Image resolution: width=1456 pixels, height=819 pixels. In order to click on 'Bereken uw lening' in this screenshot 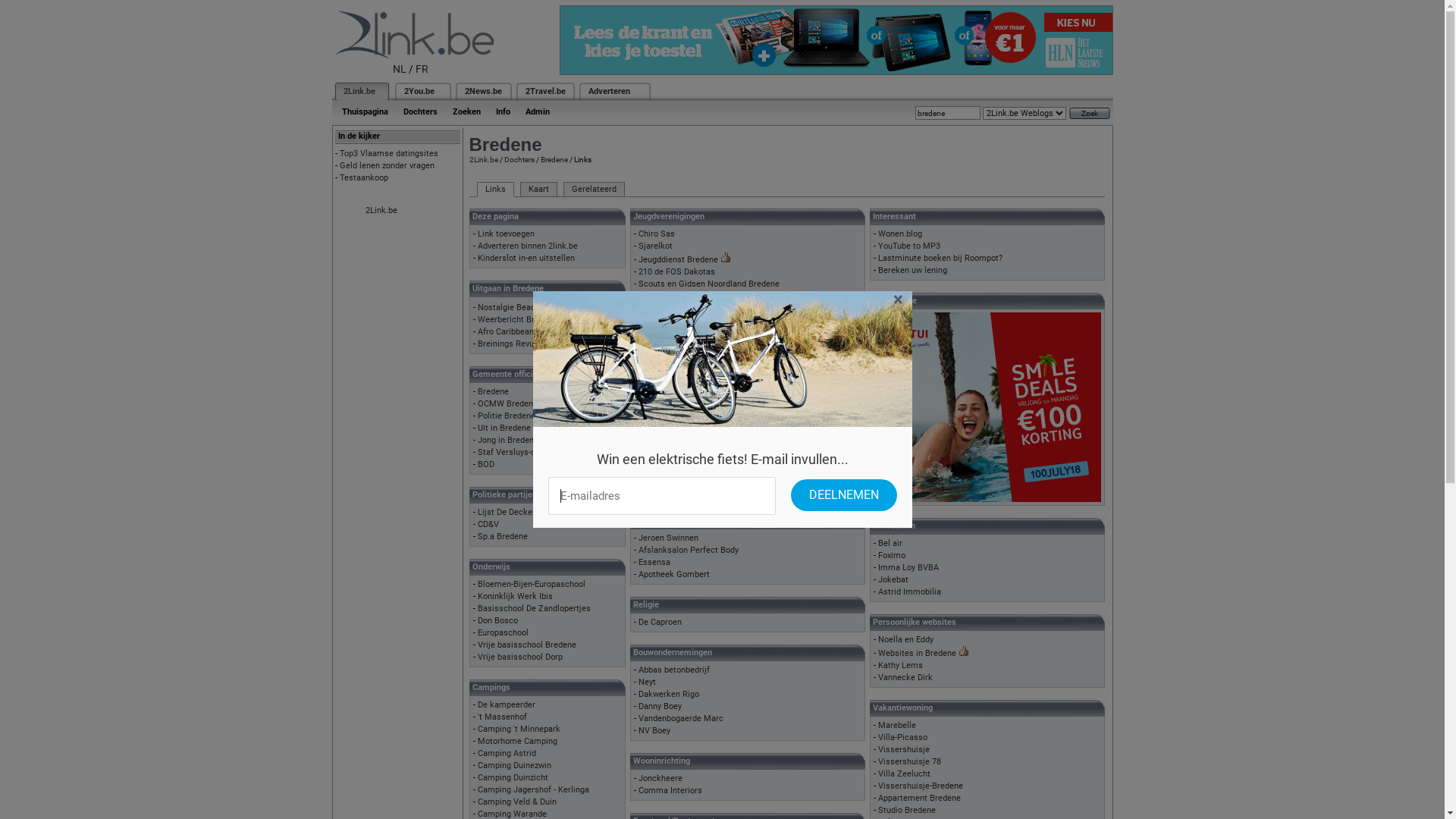, I will do `click(877, 269)`.